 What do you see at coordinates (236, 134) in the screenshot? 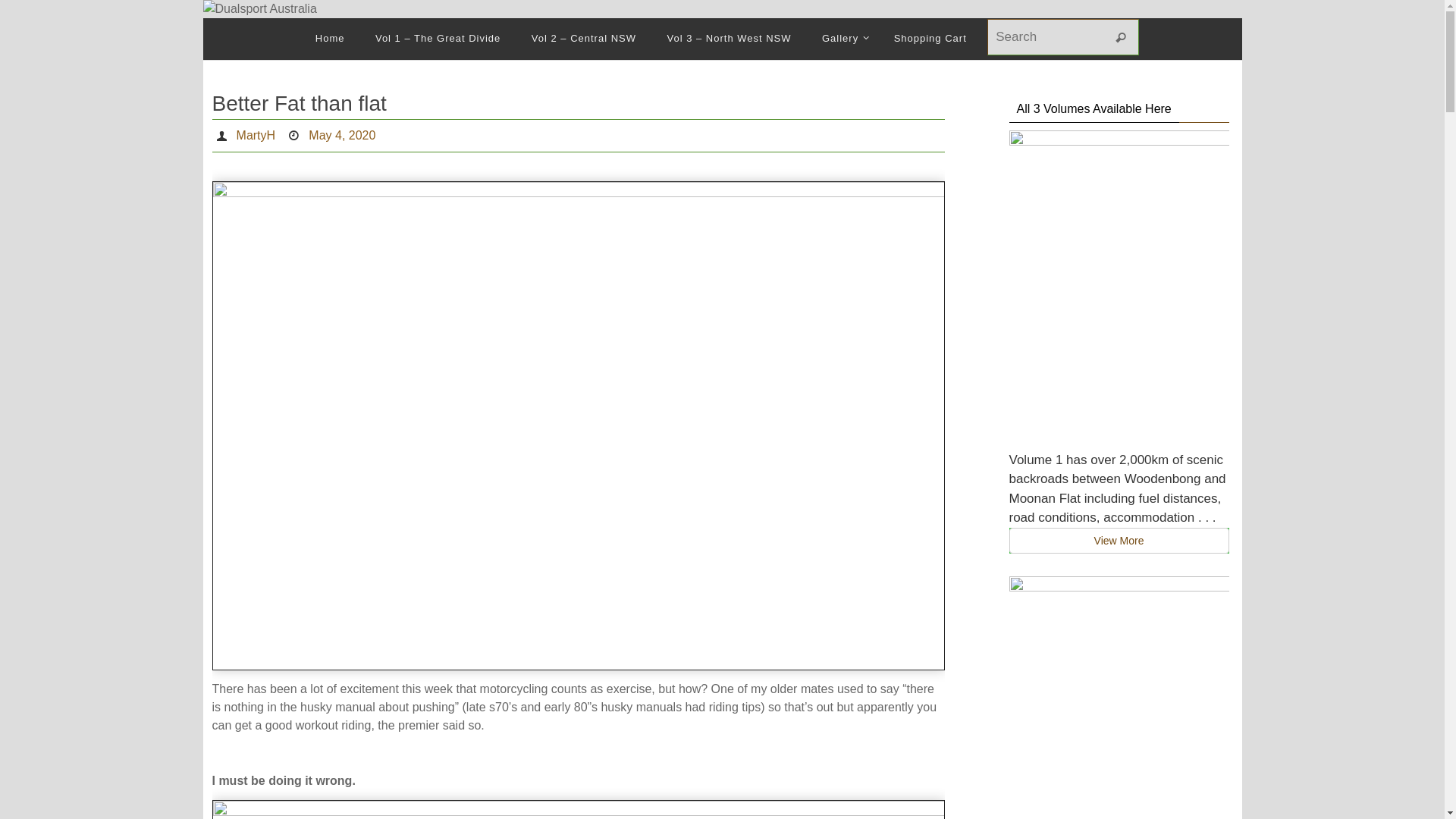
I see `'MartyH'` at bounding box center [236, 134].